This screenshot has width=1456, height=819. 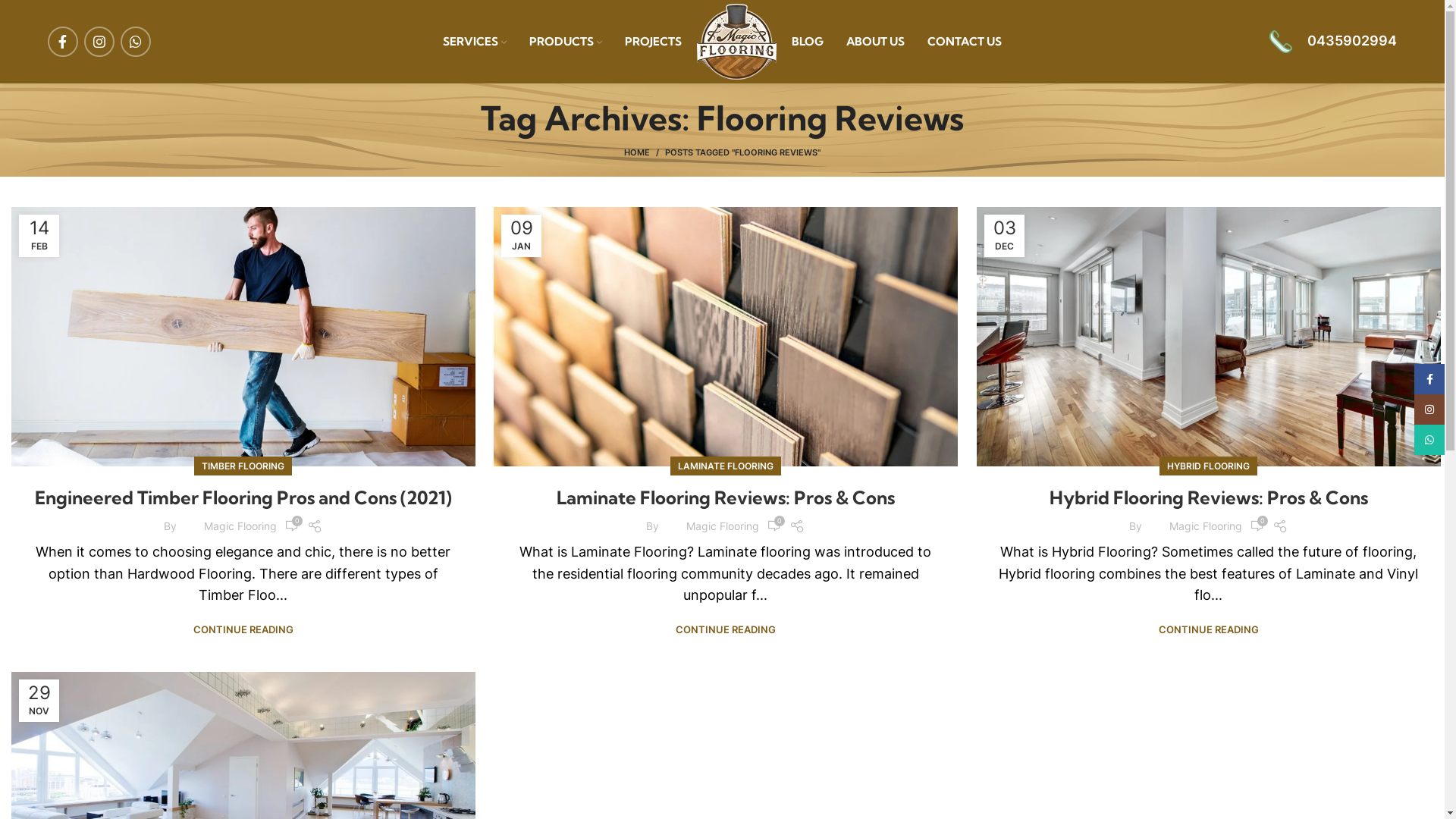 I want to click on 'SERVICES', so click(x=473, y=40).